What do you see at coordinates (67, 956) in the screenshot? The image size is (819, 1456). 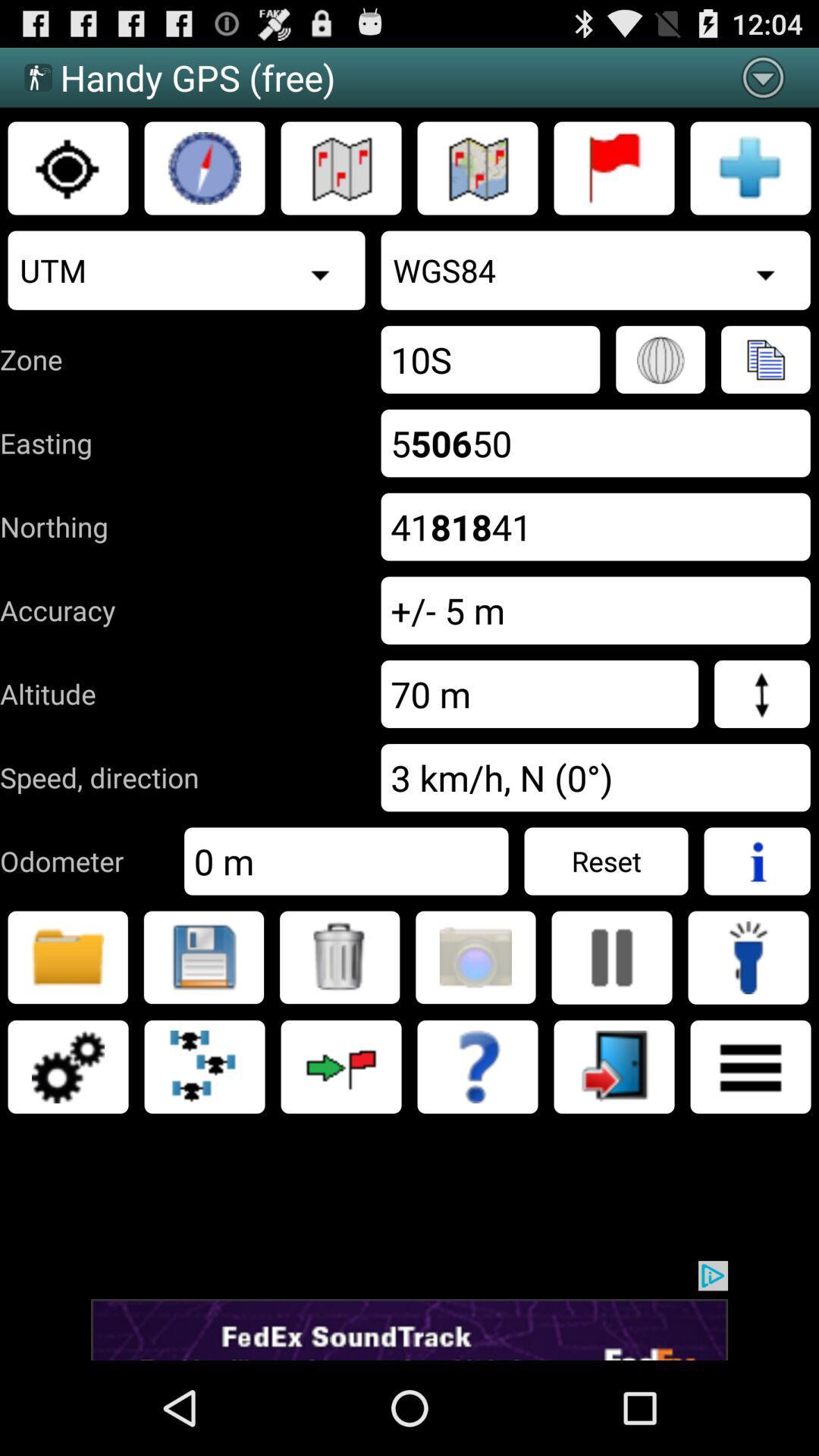 I see `store messenger` at bounding box center [67, 956].